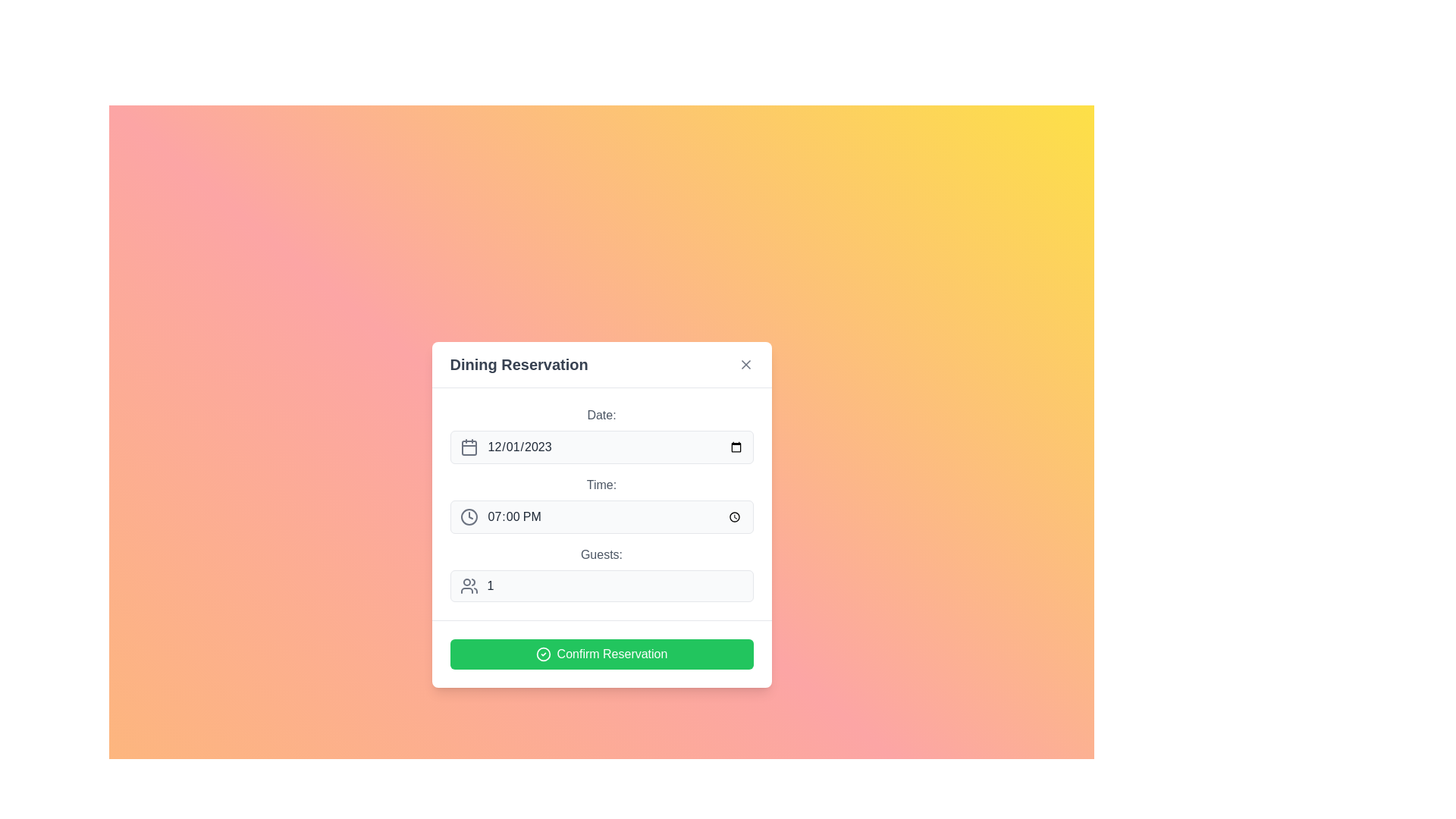 The height and width of the screenshot is (819, 1456). Describe the element at coordinates (468, 516) in the screenshot. I see `the circular clock icon with a gray border, which is positioned to the left of the 'Time:' text field` at that location.